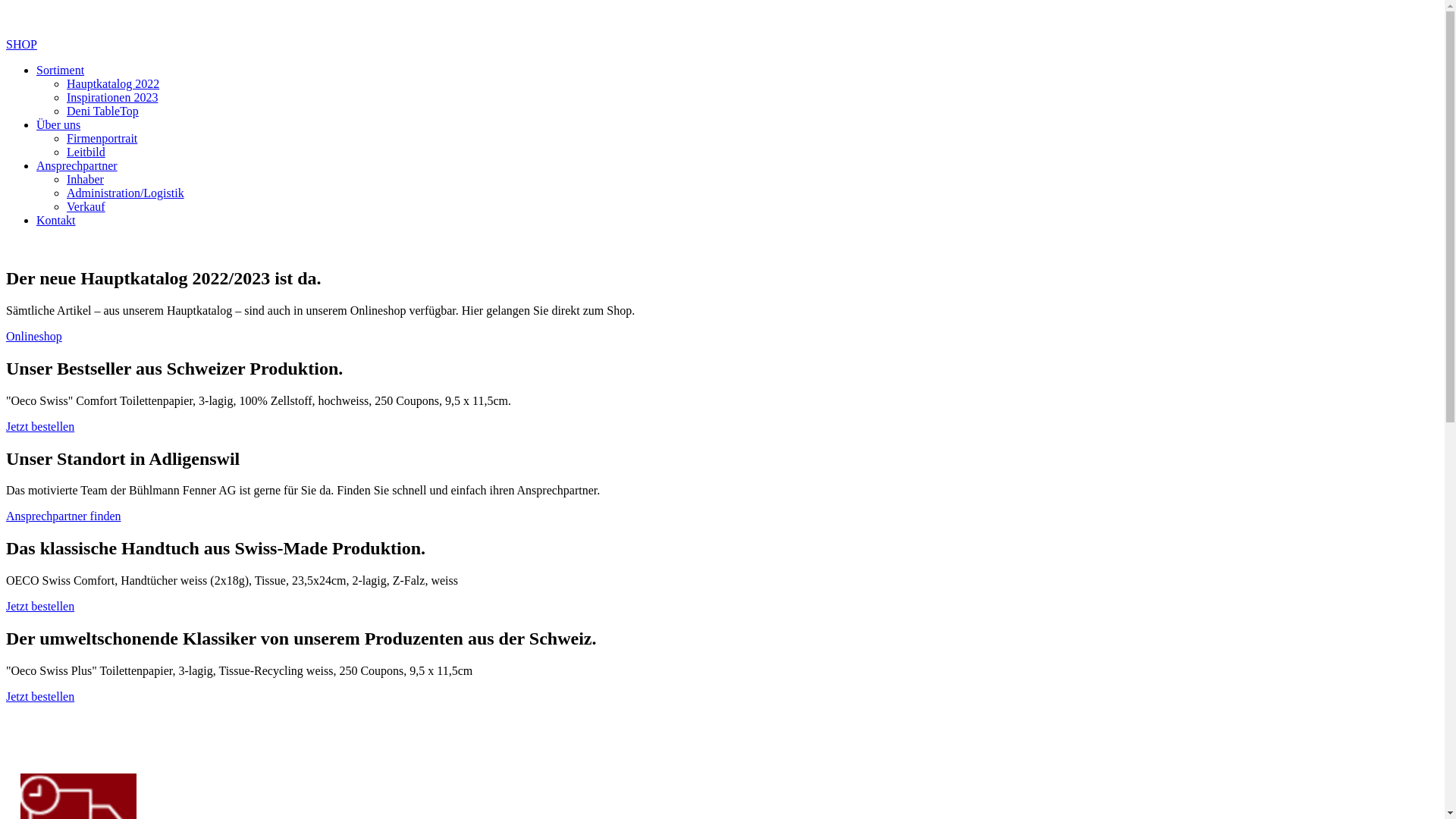  Describe the element at coordinates (65, 110) in the screenshot. I see `'Deni TableTop'` at that location.